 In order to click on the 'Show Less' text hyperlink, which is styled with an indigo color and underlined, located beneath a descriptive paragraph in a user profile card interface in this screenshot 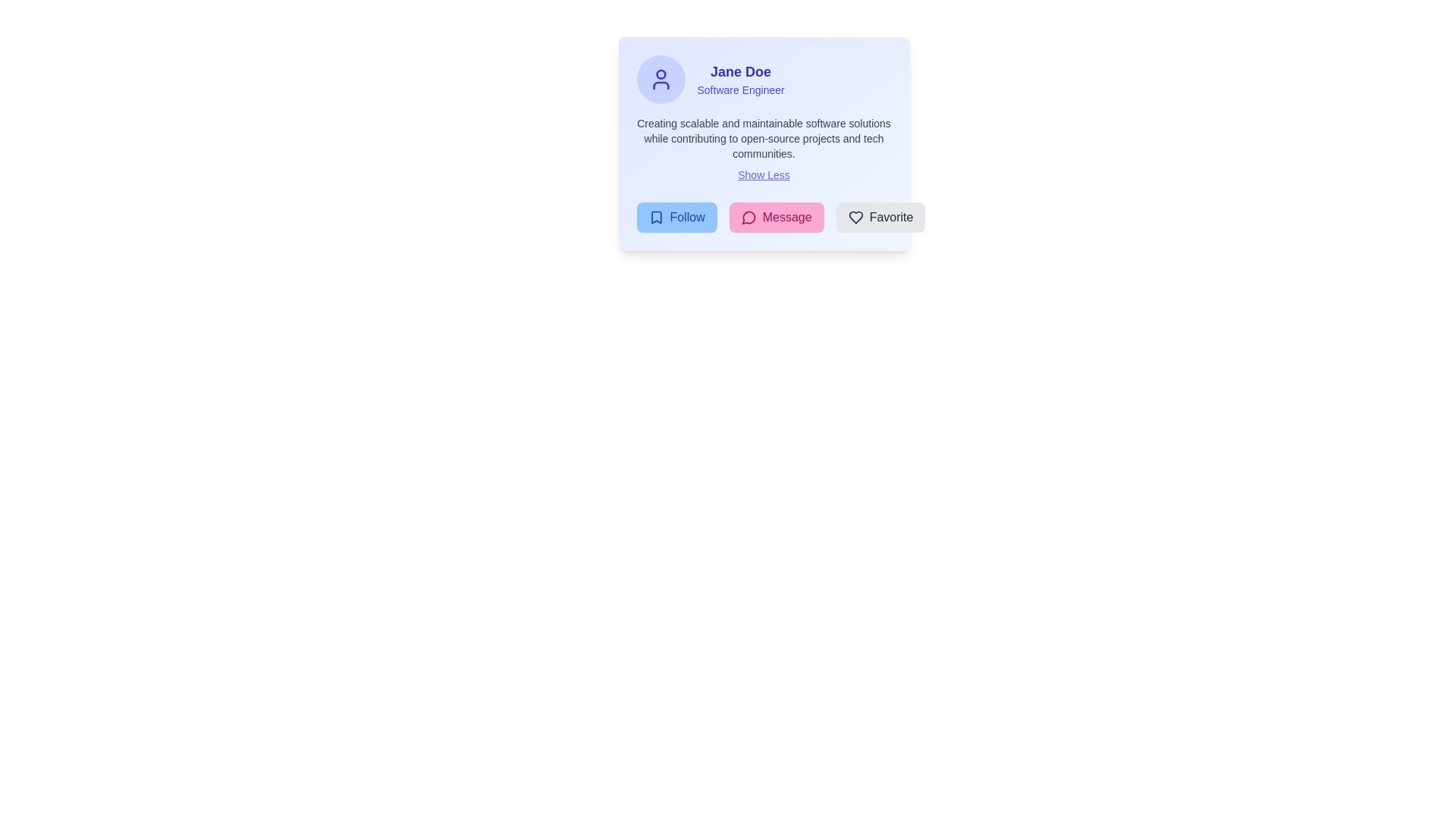, I will do `click(764, 174)`.